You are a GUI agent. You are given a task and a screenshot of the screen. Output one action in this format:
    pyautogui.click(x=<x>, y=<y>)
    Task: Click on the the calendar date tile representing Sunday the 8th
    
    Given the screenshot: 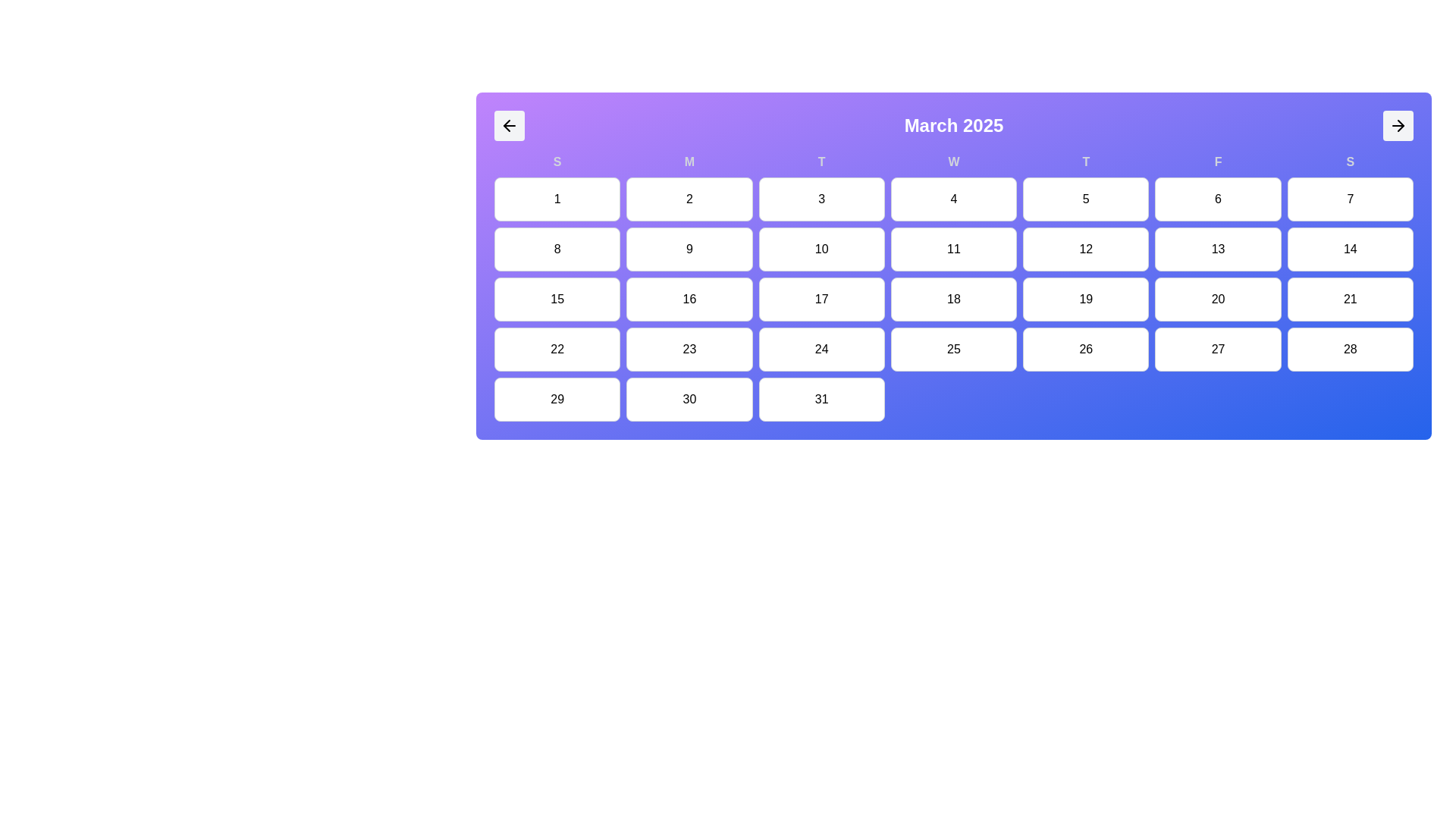 What is the action you would take?
    pyautogui.click(x=557, y=248)
    